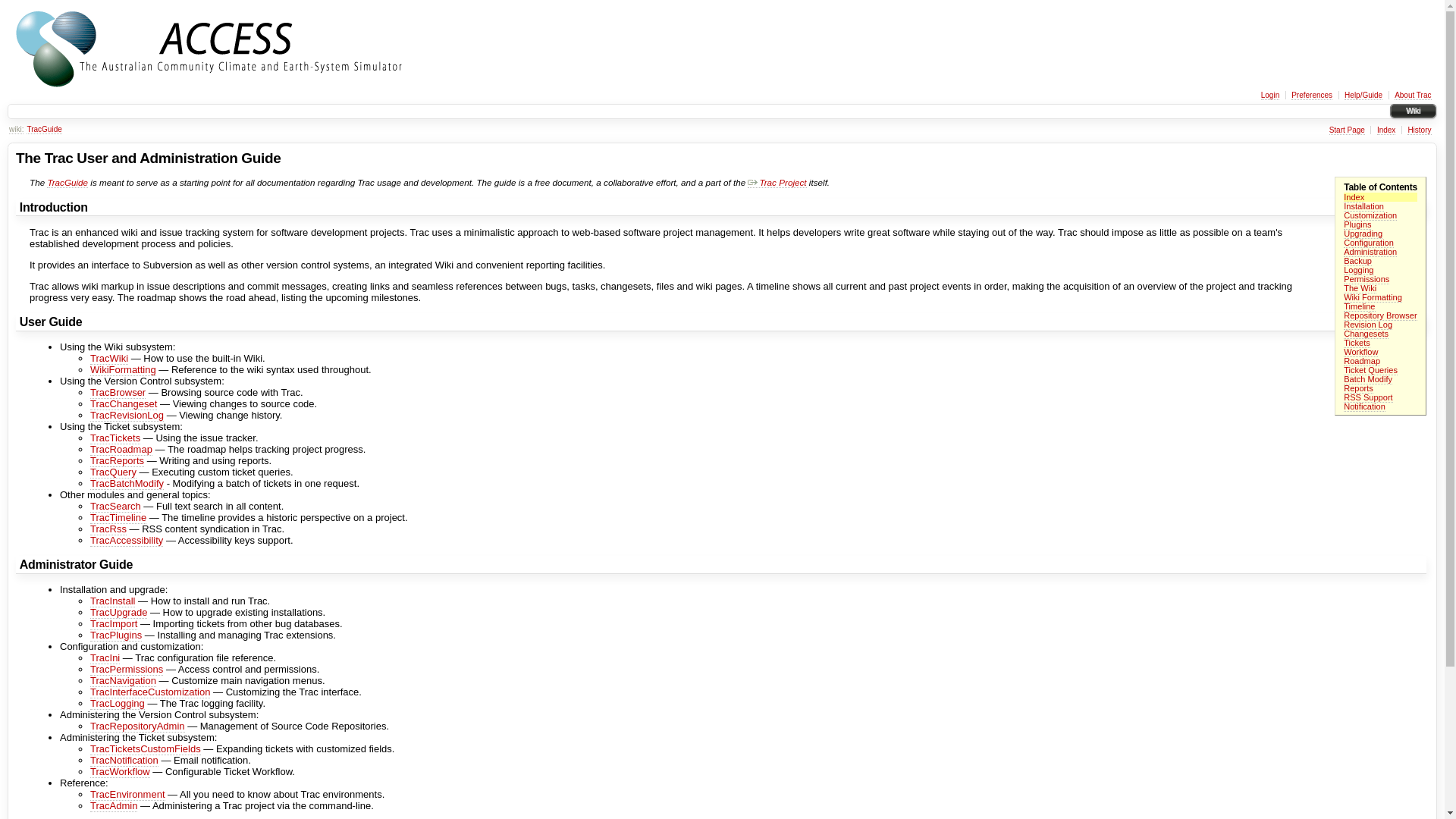 Image resolution: width=1456 pixels, height=819 pixels. What do you see at coordinates (1379, 315) in the screenshot?
I see `'Repository Browser'` at bounding box center [1379, 315].